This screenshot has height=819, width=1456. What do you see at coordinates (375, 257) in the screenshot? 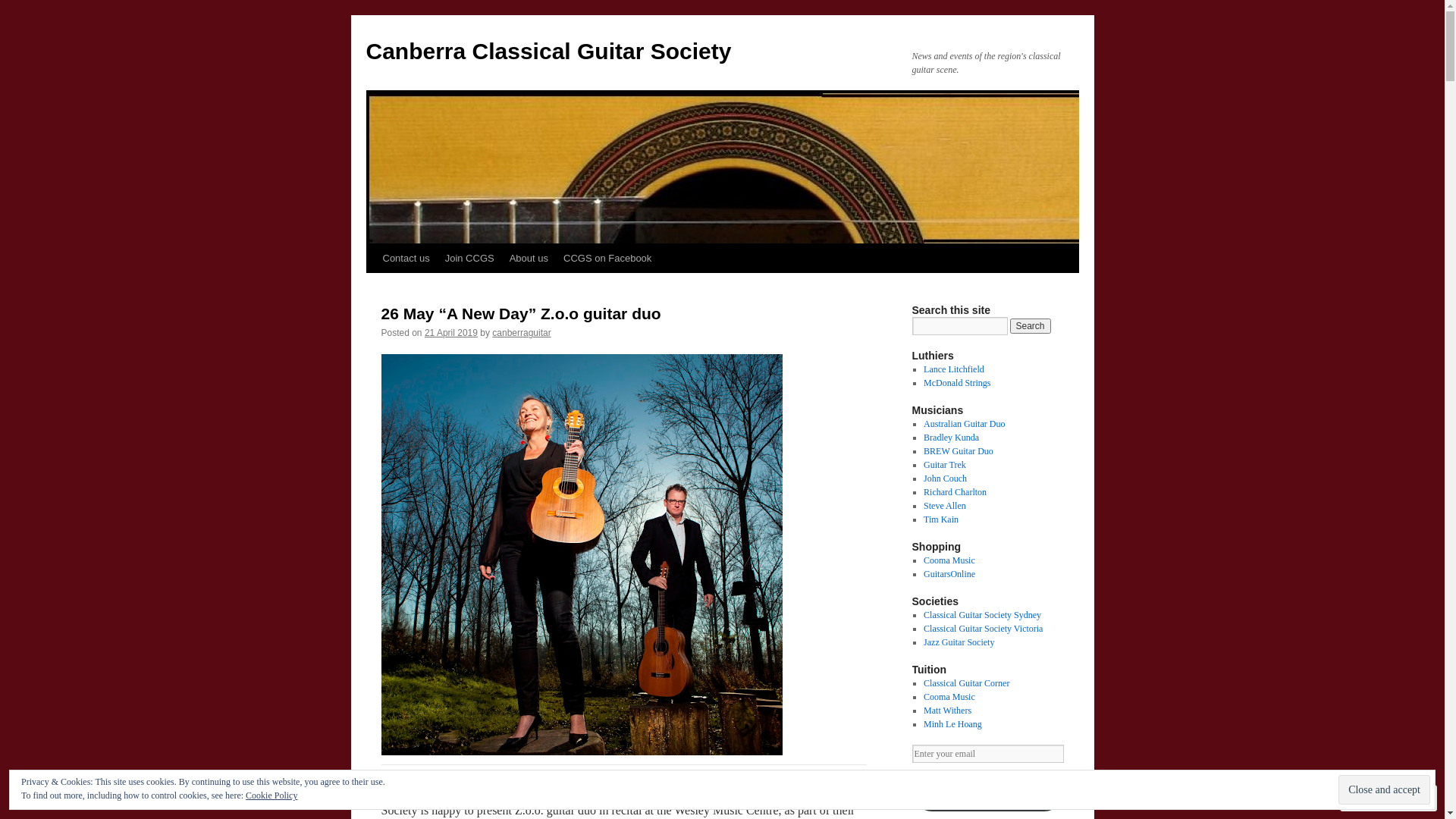
I see `'Contact us'` at bounding box center [375, 257].